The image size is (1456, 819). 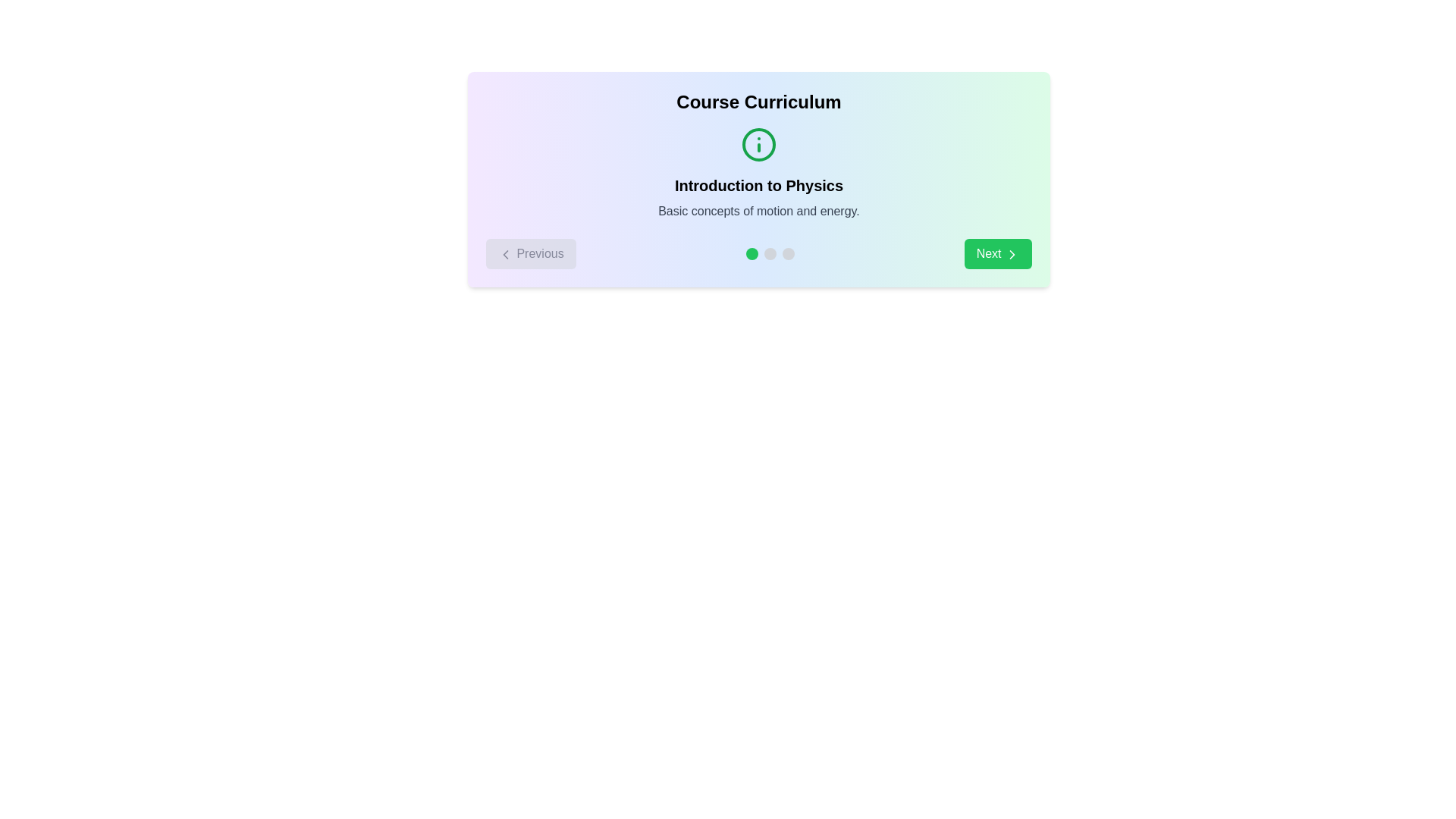 I want to click on the descriptive label providing information about 'Introduction to Physics', located below the title text in the central card interface, so click(x=758, y=211).